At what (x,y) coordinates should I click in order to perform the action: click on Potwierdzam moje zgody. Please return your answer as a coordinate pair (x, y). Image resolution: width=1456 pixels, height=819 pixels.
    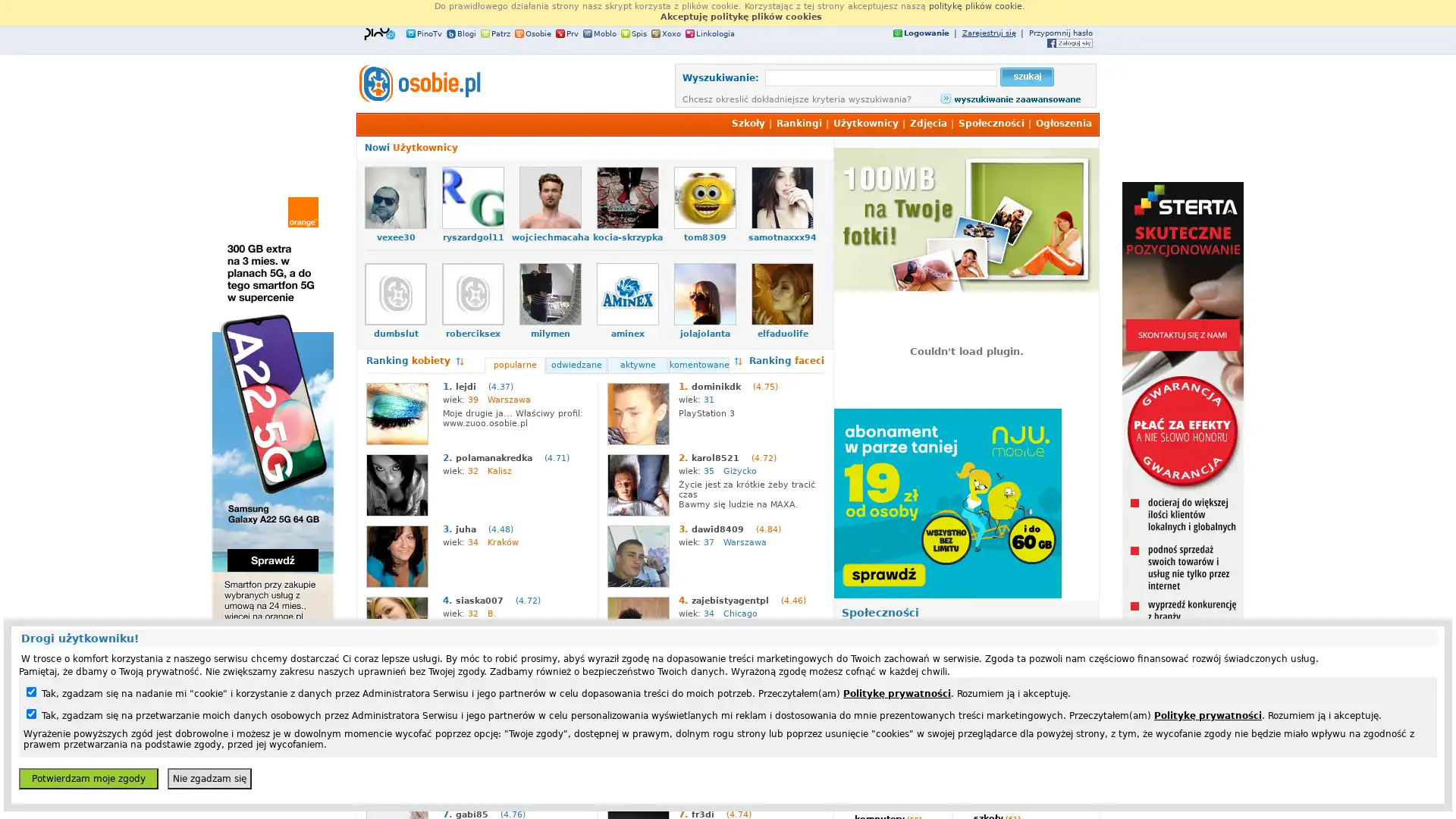
    Looking at the image, I should click on (87, 778).